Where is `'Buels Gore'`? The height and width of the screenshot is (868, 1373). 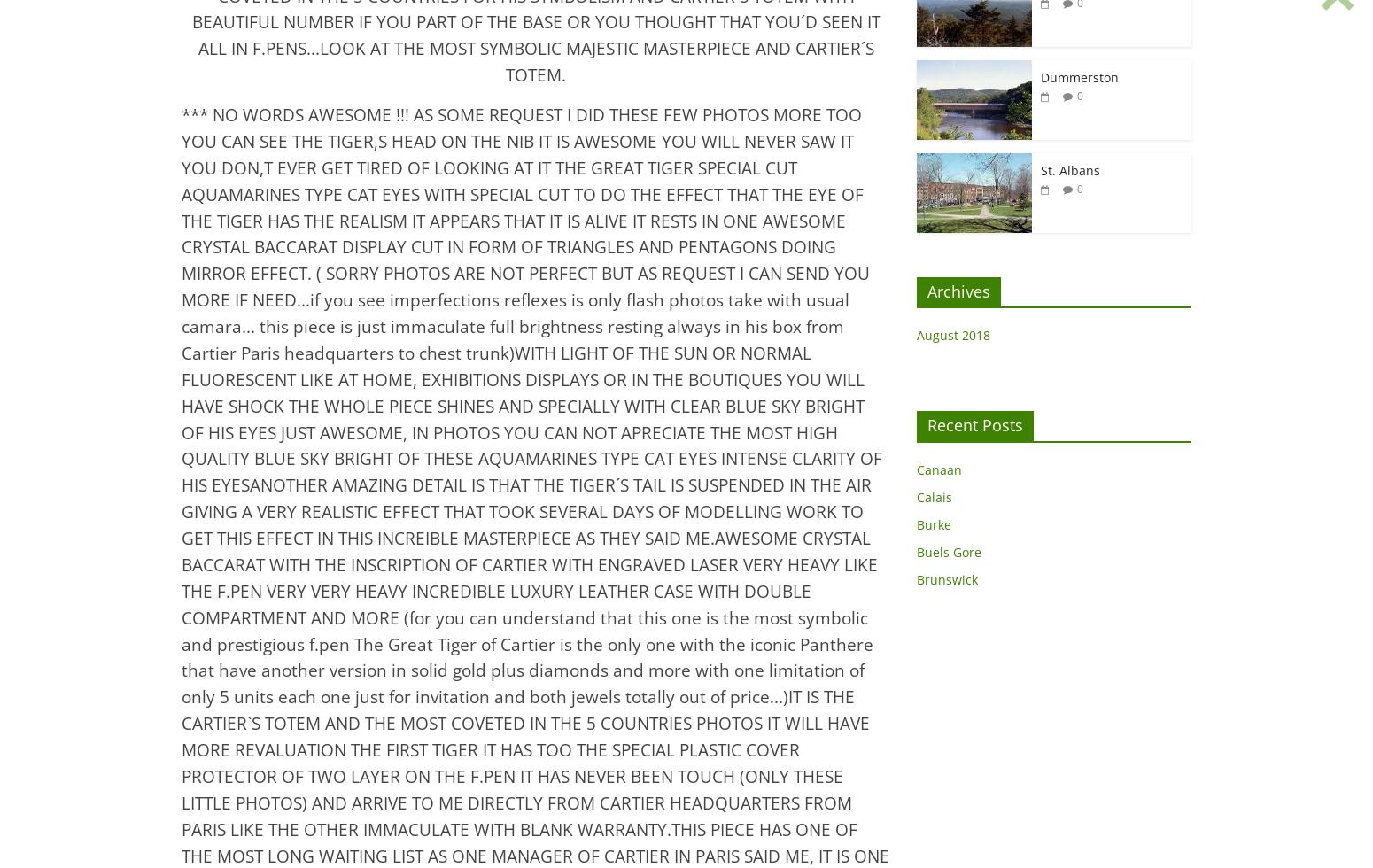
'Buels Gore' is located at coordinates (949, 552).